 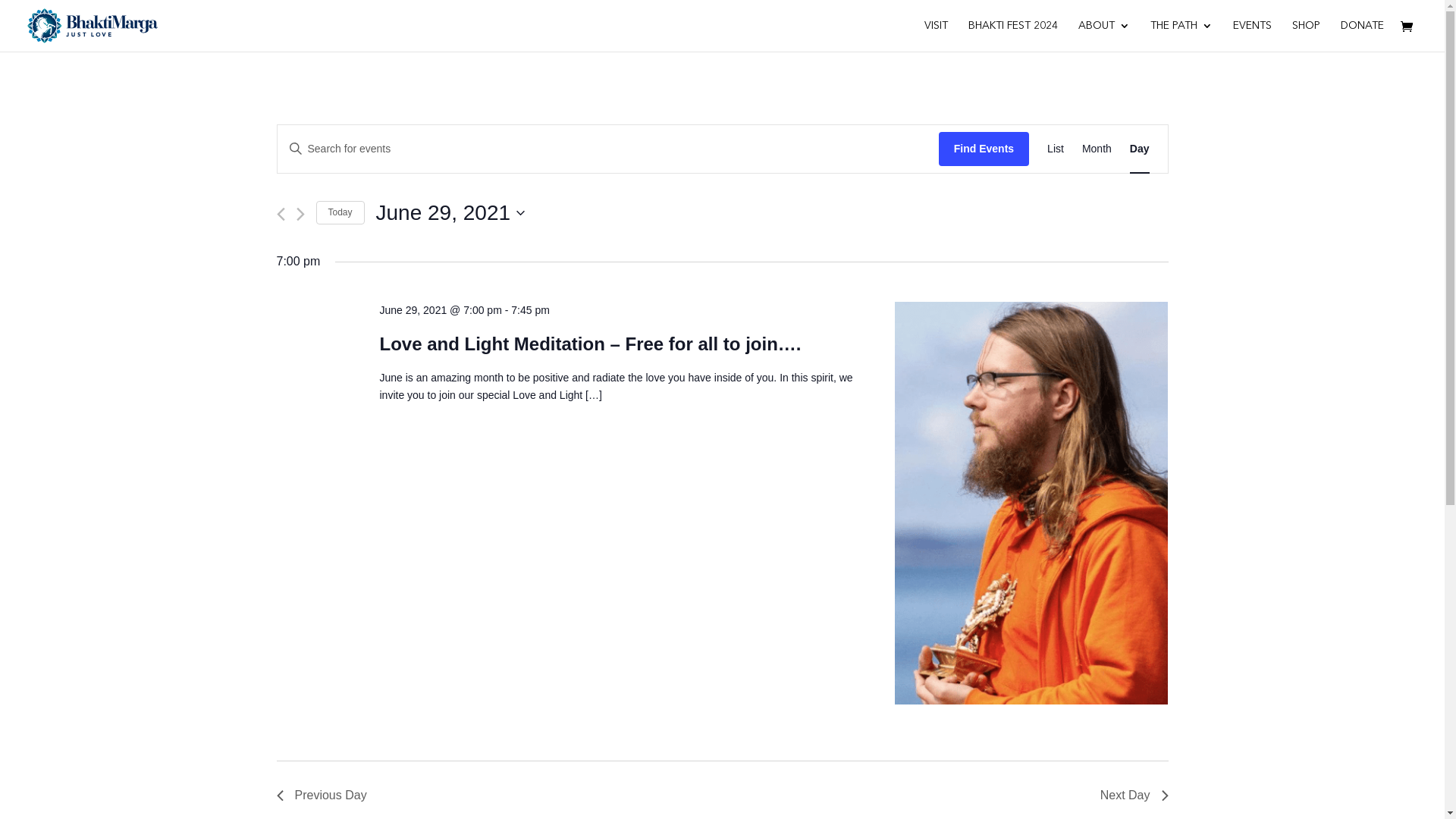 I want to click on 'EVENTS', so click(x=1252, y=35).